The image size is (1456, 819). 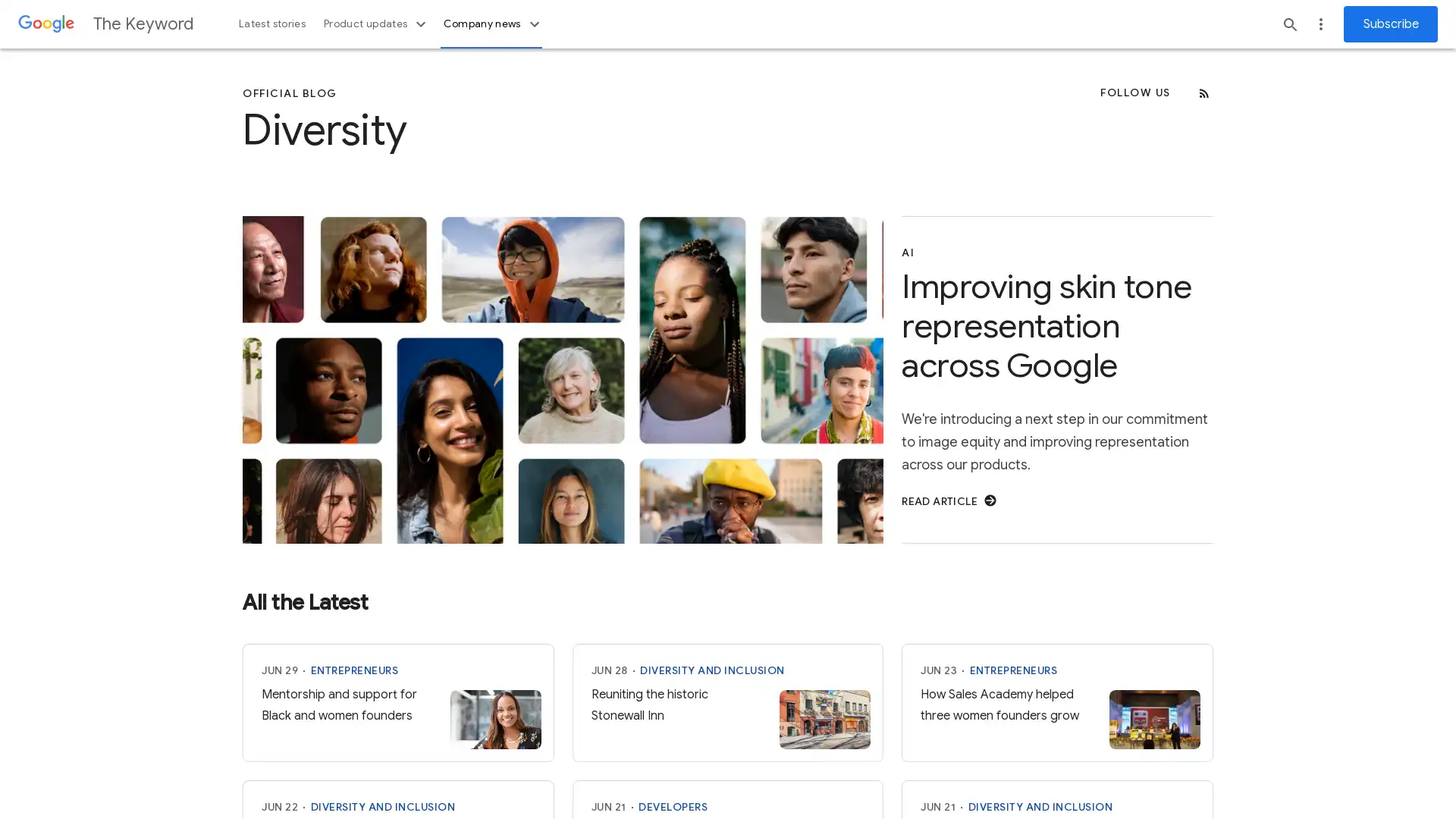 I want to click on Secondary menu, so click(x=1320, y=24).